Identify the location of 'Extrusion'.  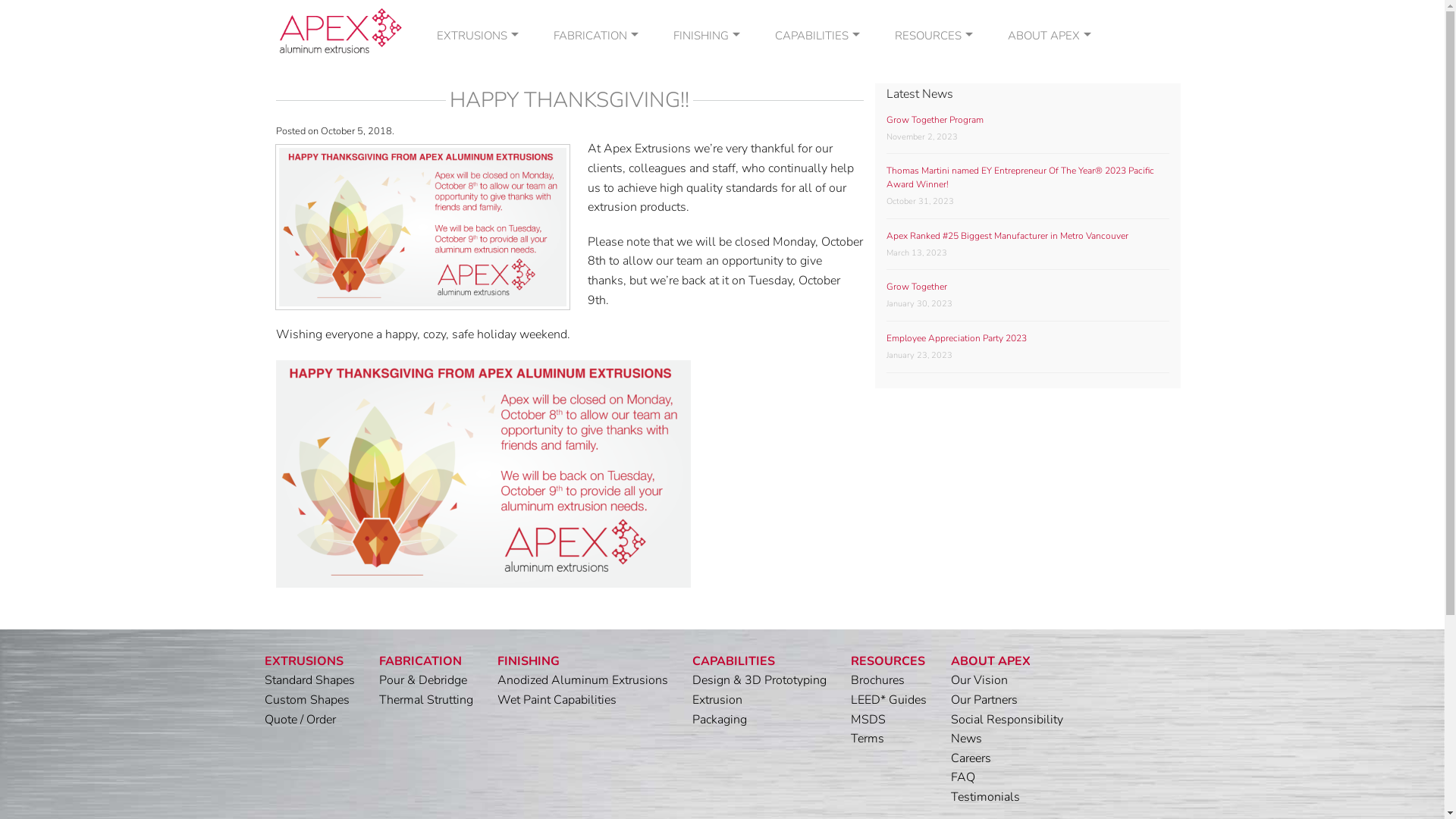
(716, 699).